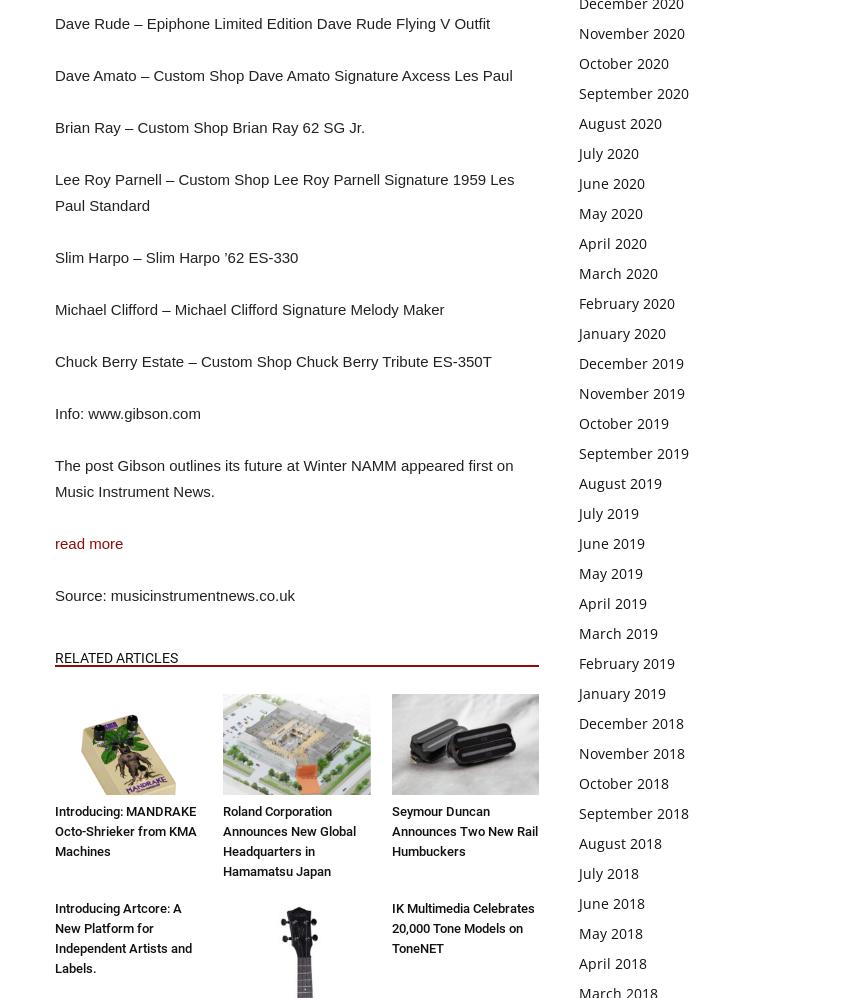  What do you see at coordinates (579, 392) in the screenshot?
I see `'November 2019'` at bounding box center [579, 392].